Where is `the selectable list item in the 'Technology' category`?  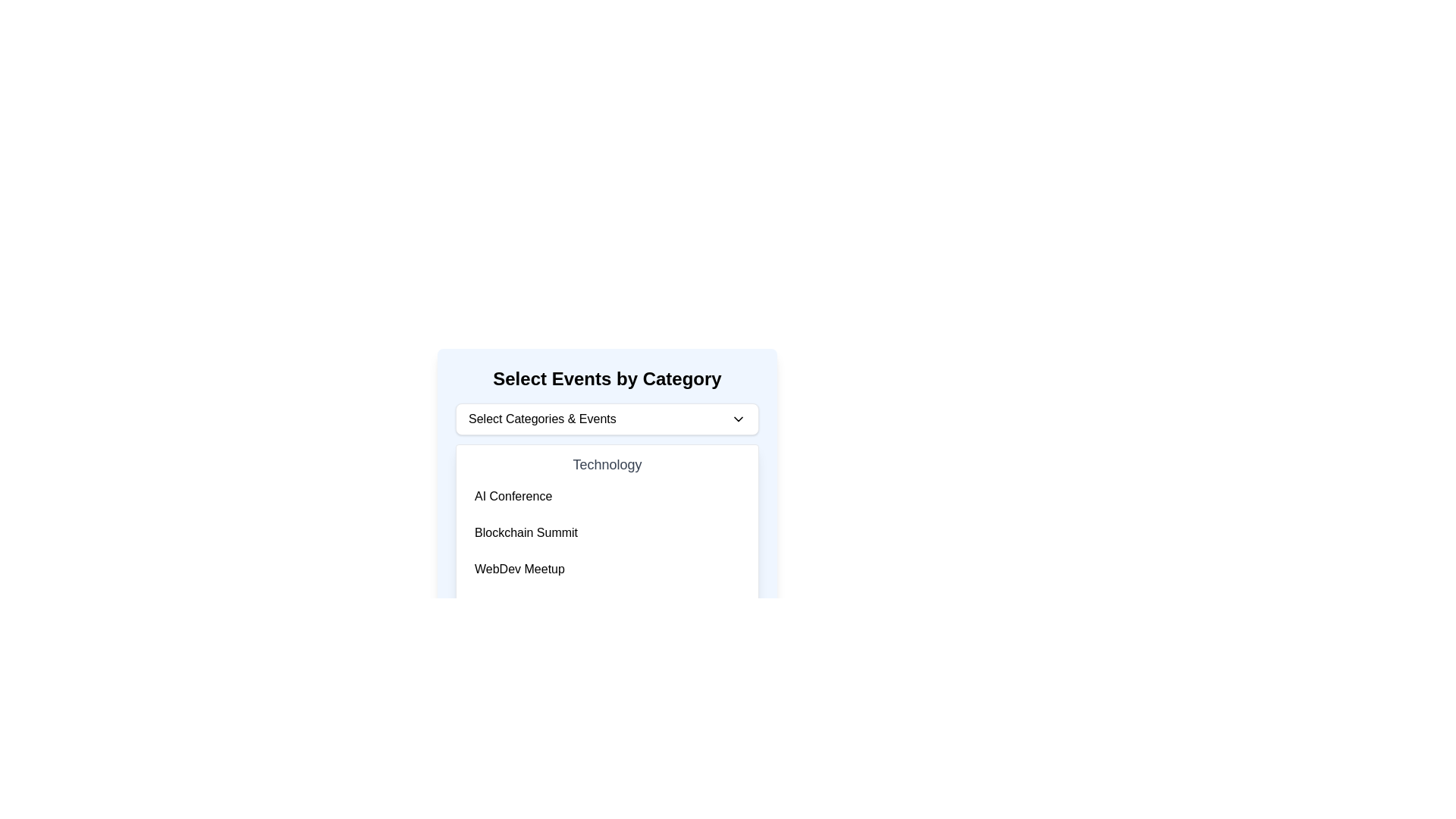
the selectable list item in the 'Technology' category is located at coordinates (607, 519).